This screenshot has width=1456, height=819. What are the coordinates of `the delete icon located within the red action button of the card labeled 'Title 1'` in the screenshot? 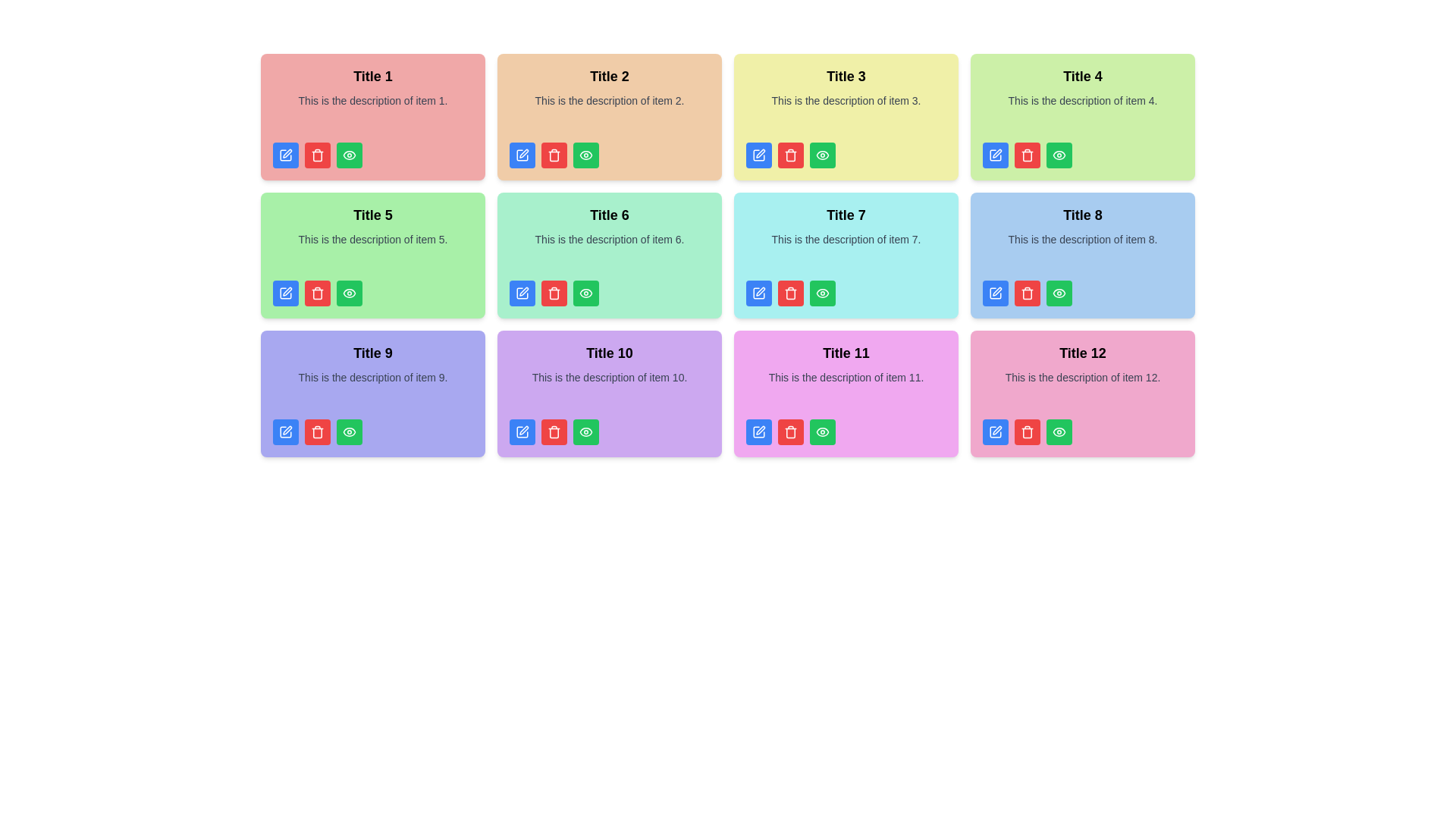 It's located at (316, 155).